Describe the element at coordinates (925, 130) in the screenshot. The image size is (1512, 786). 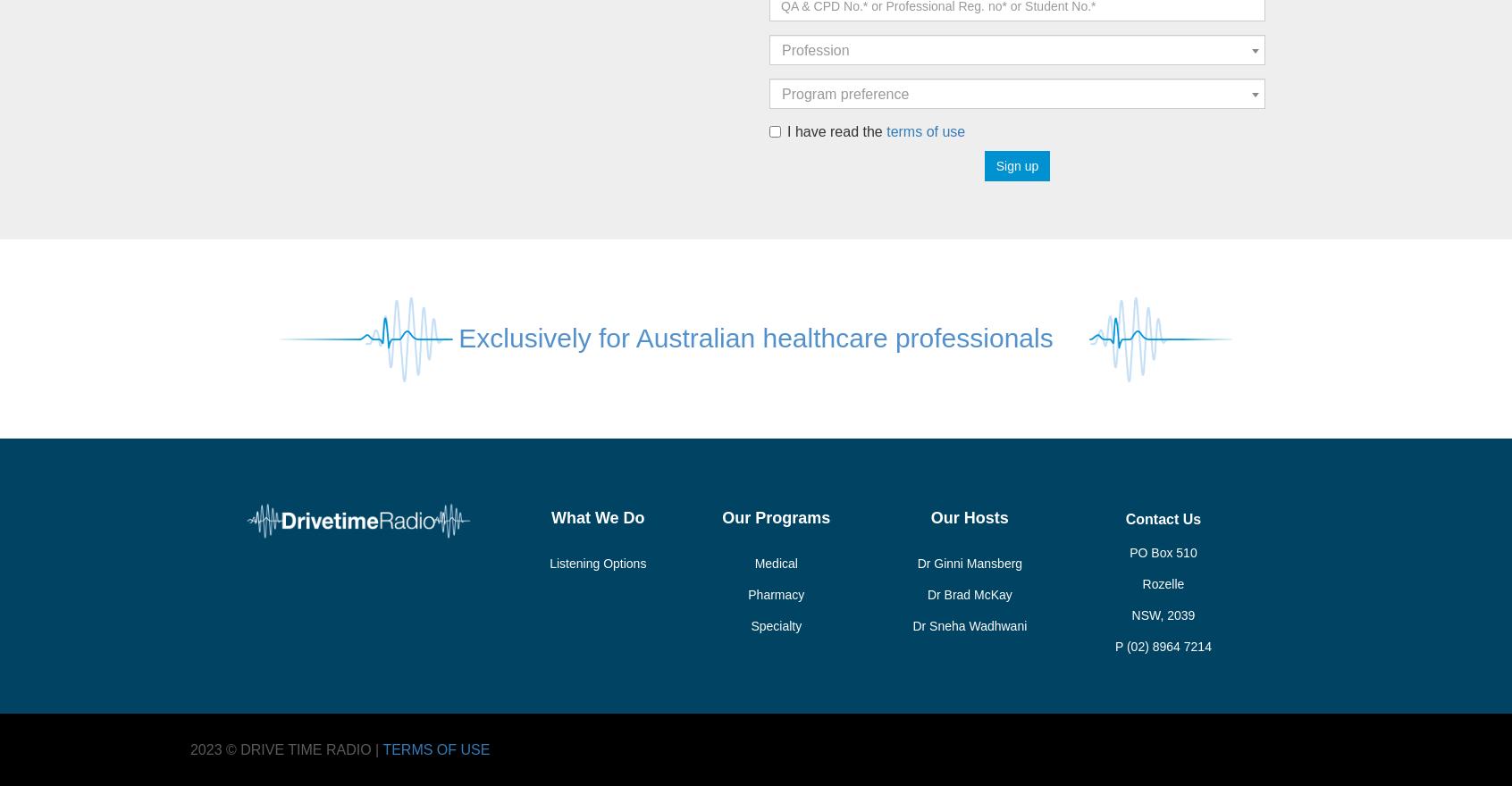
I see `'terms of use'` at that location.